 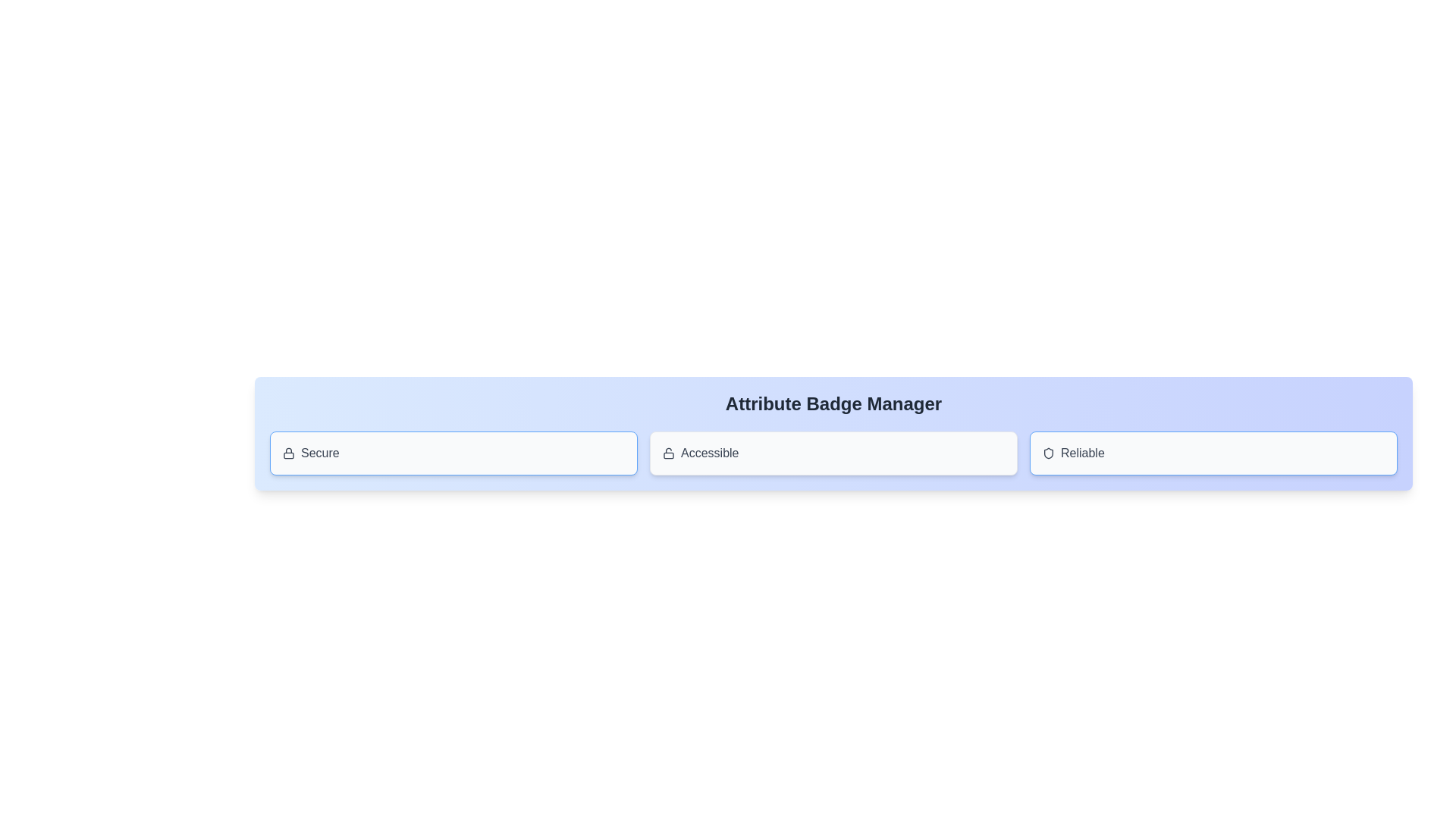 I want to click on the badge labeled Accessible to toggle its active state, so click(x=833, y=452).